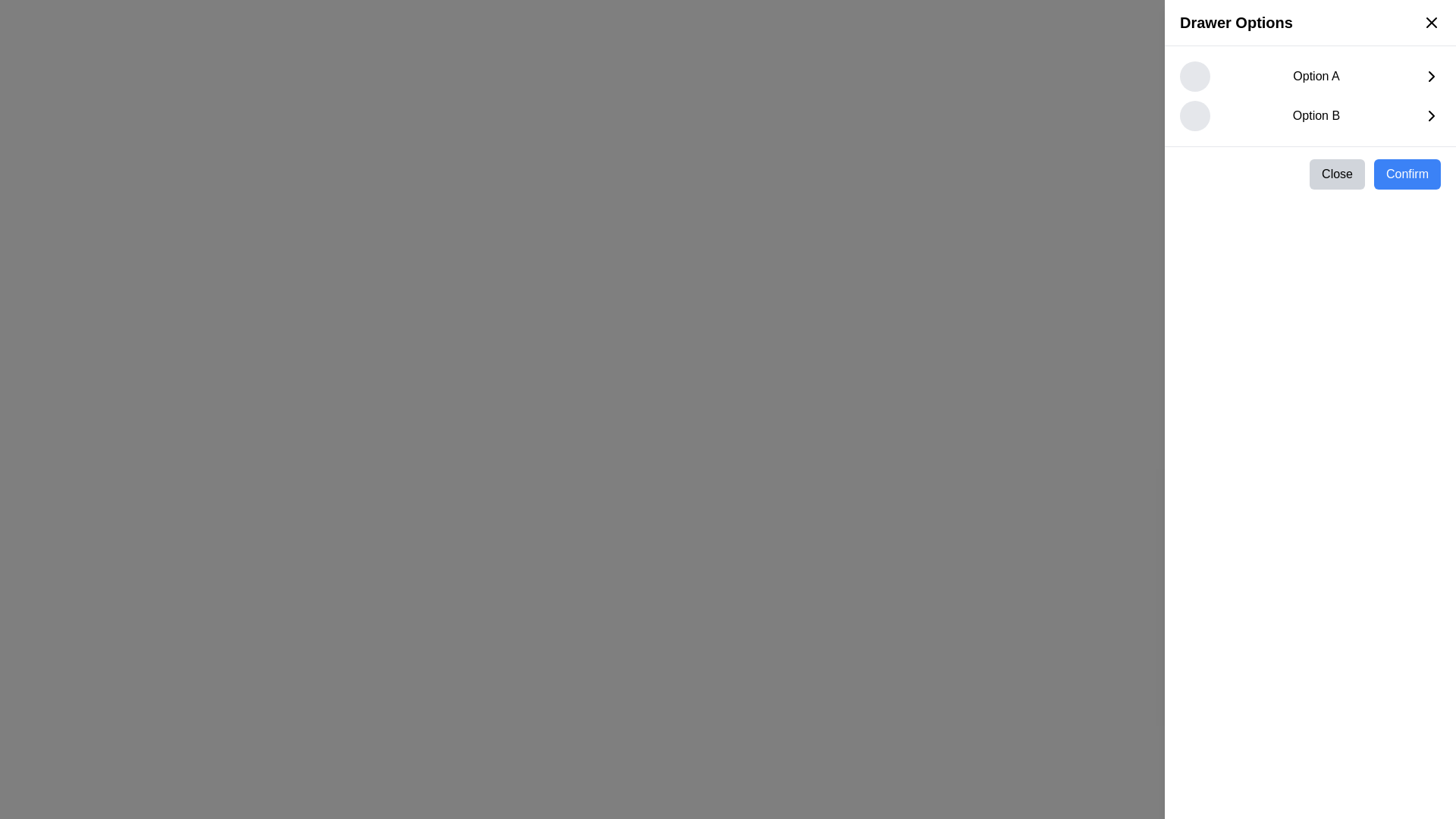  What do you see at coordinates (1430, 76) in the screenshot?
I see `the rightward chevron icon located to the right of 'Option A'` at bounding box center [1430, 76].